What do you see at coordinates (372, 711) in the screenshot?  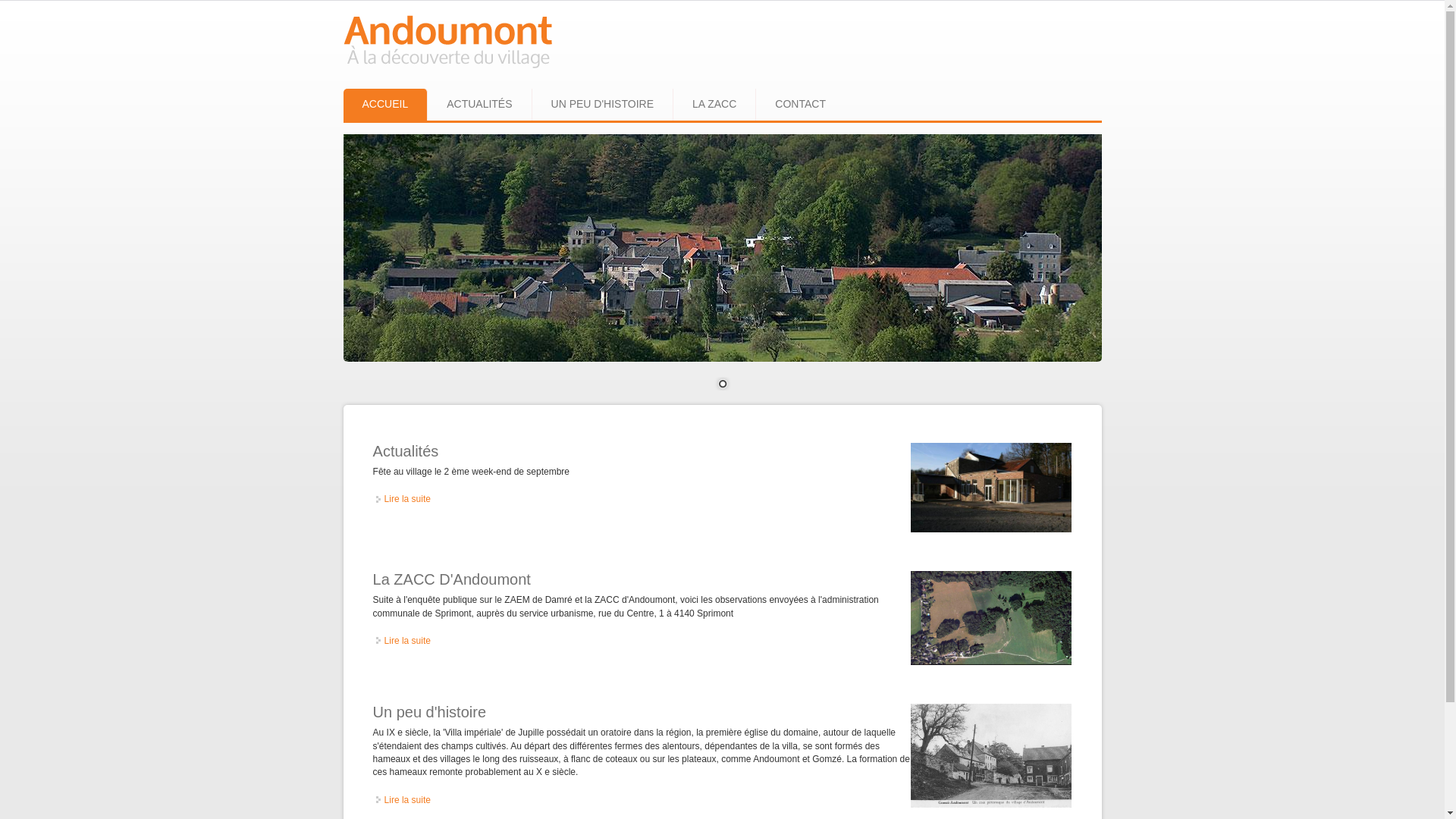 I see `'Un peu d'histoire'` at bounding box center [372, 711].